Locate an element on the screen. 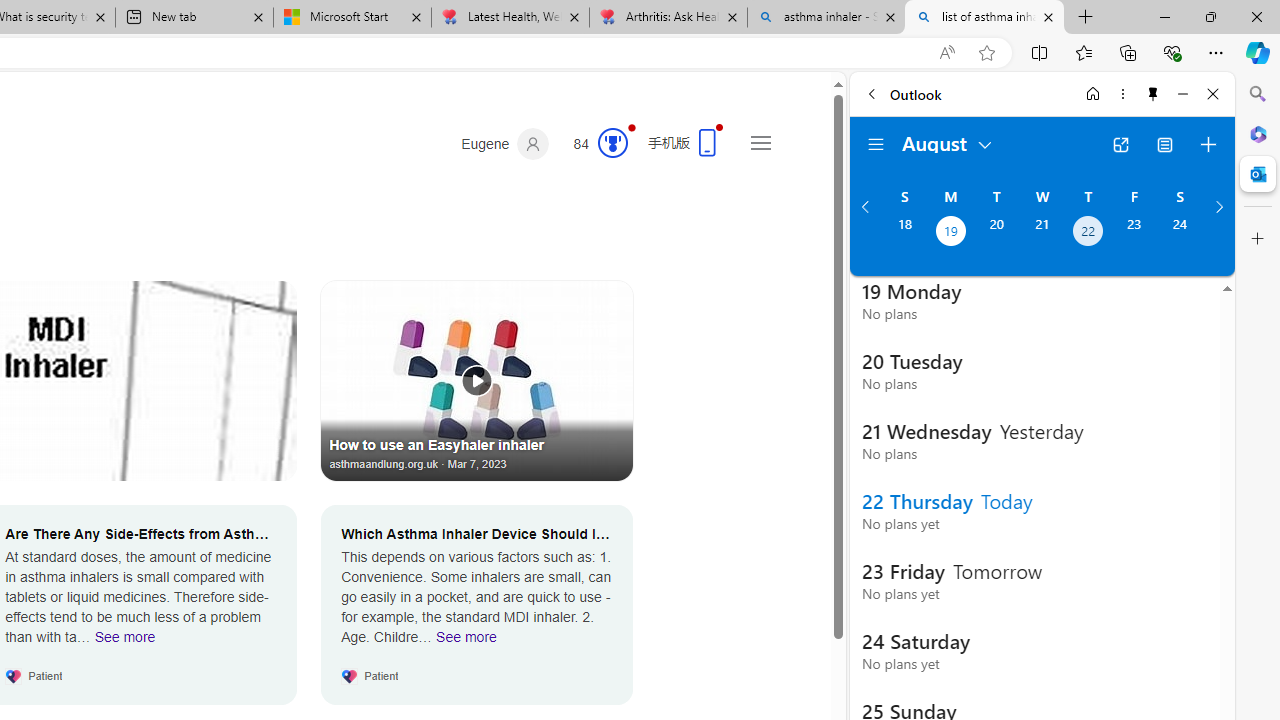 This screenshot has width=1280, height=720. 'AutomationID: rh_meter' is located at coordinates (612, 141).